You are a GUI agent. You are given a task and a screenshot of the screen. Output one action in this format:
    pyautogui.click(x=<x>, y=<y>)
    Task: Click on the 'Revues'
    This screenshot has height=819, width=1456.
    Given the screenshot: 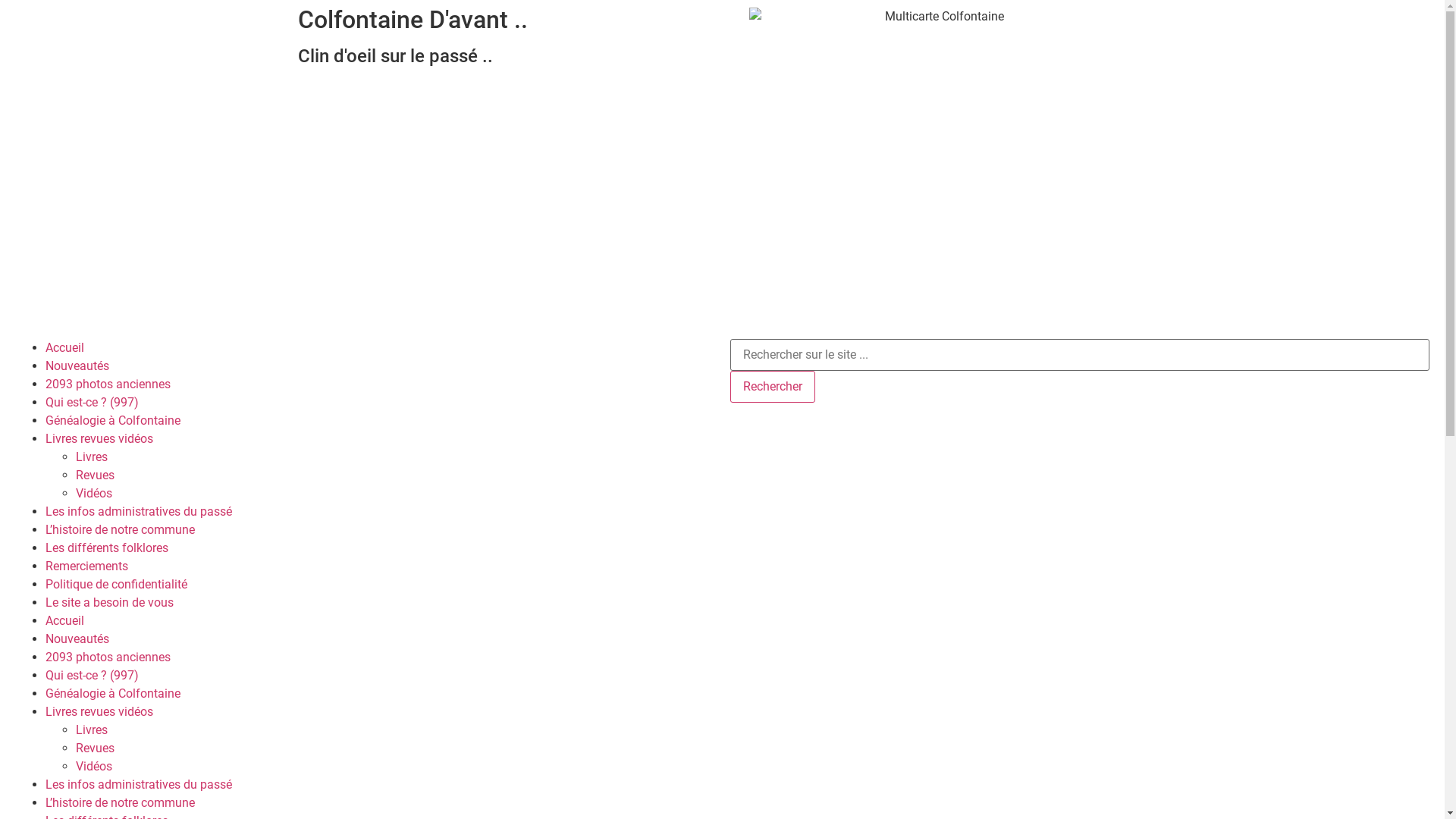 What is the action you would take?
    pyautogui.click(x=94, y=474)
    